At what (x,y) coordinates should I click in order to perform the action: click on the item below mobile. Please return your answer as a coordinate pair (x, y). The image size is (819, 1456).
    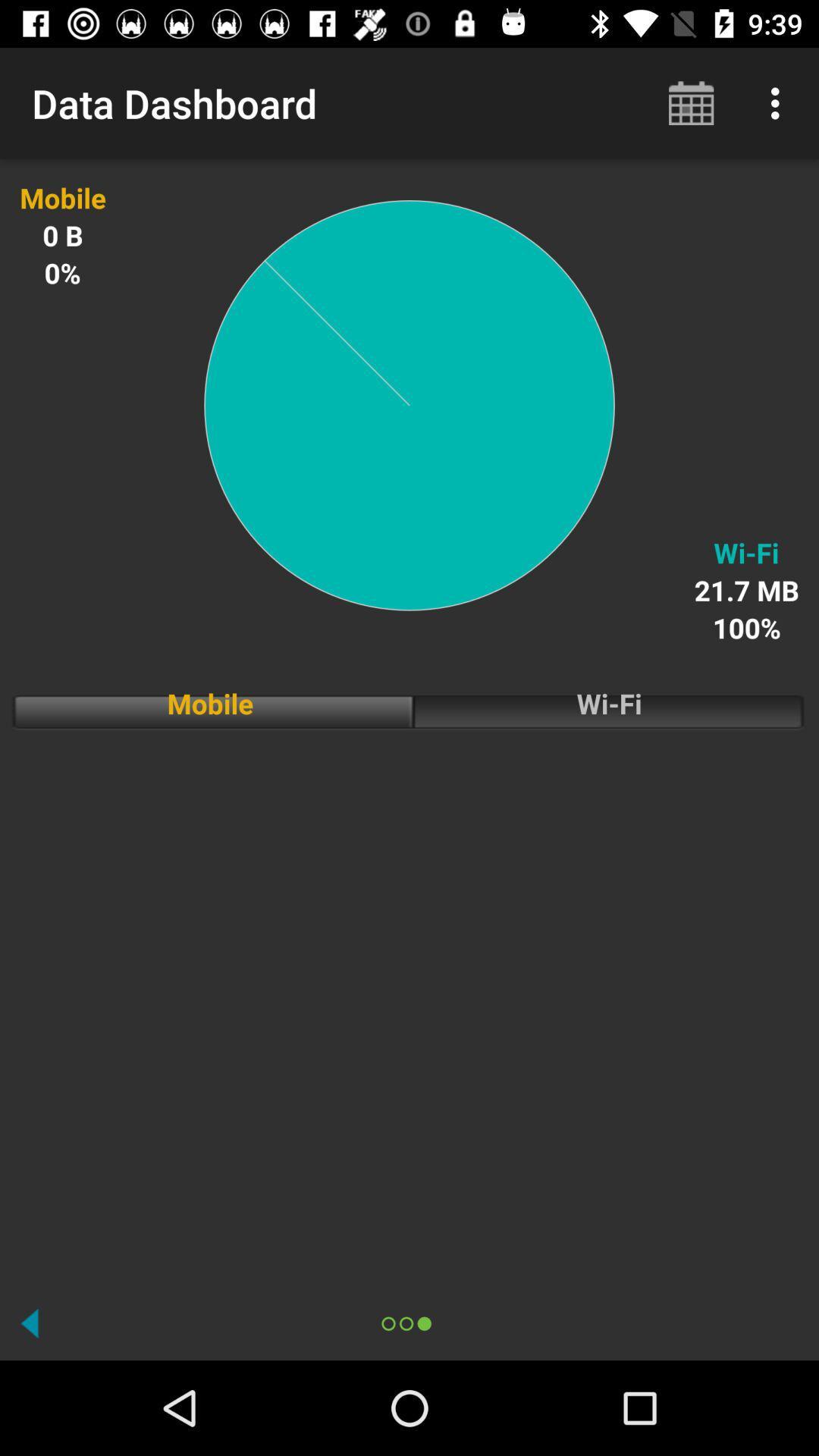
    Looking at the image, I should click on (409, 1005).